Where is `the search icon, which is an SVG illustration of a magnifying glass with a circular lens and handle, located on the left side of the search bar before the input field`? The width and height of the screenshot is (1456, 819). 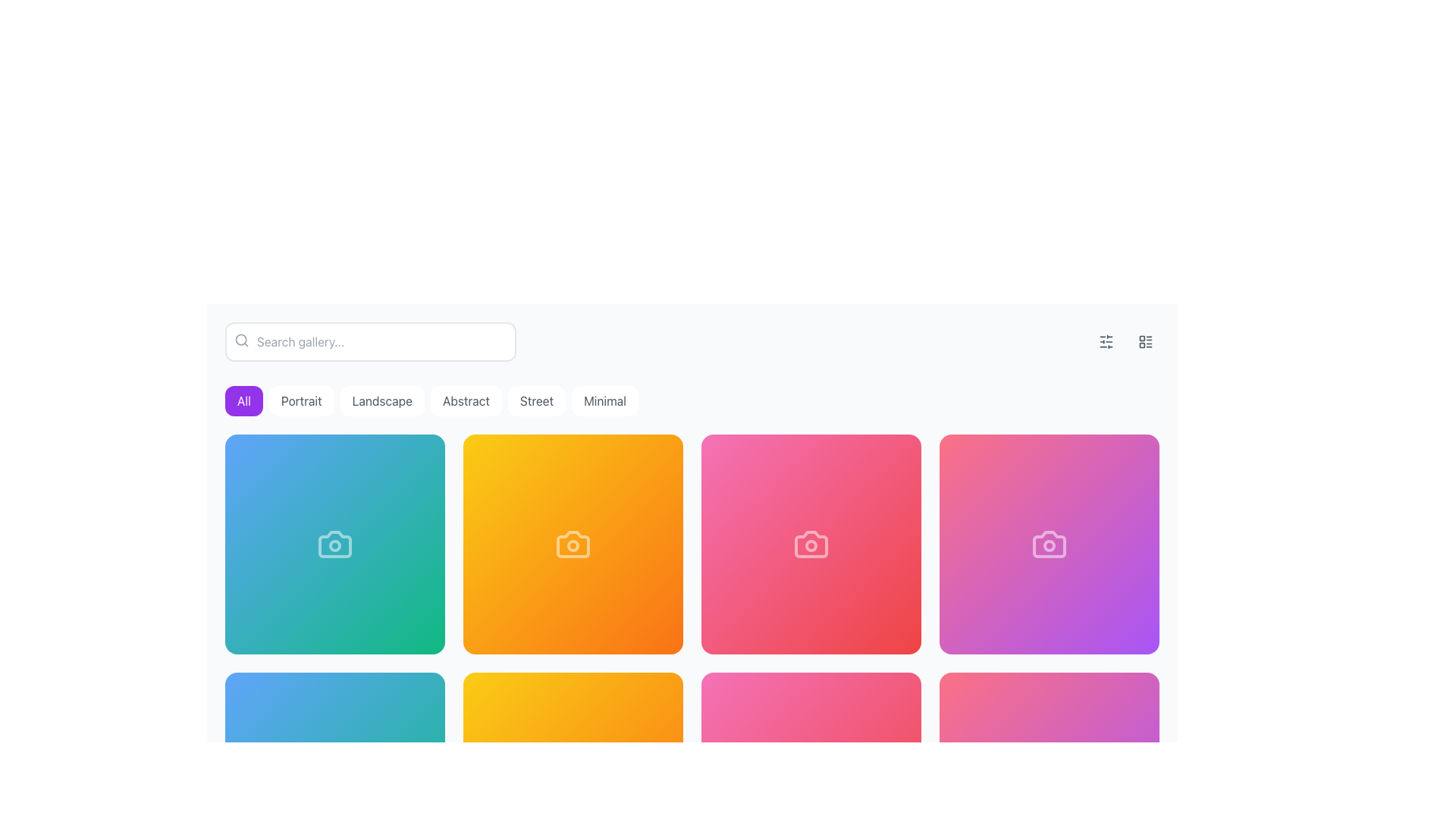
the search icon, which is an SVG illustration of a magnifying glass with a circular lens and handle, located on the left side of the search bar before the input field is located at coordinates (240, 339).